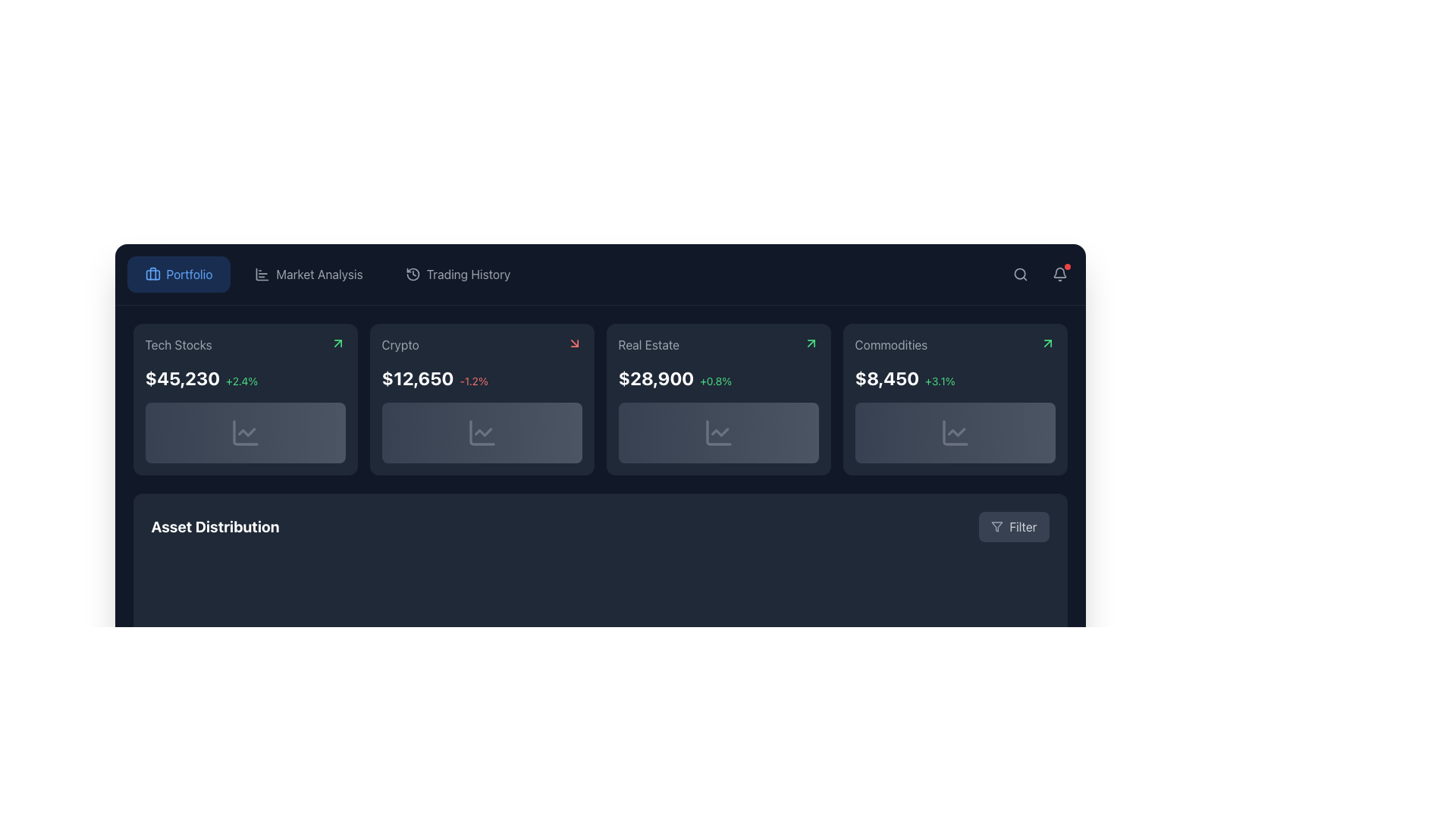  What do you see at coordinates (717, 377) in the screenshot?
I see `the Data display component showing the large white numerical value ('$28,900') and the smaller green percentage value ('+0.8%') within the 'Real Estate' card, positioned below the 'Real Estate' label in the second row of the card widgets` at bounding box center [717, 377].